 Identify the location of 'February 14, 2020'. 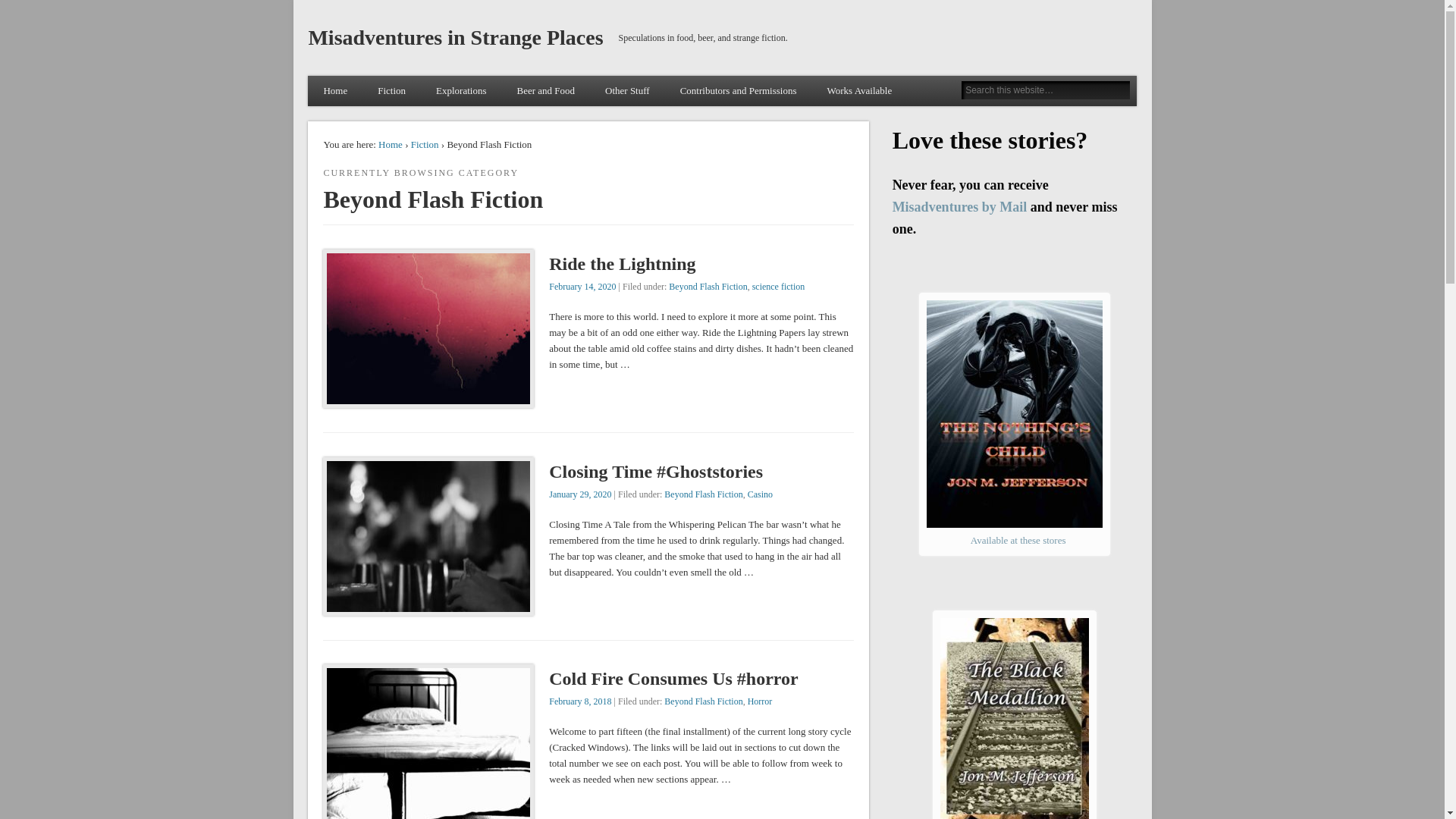
(582, 287).